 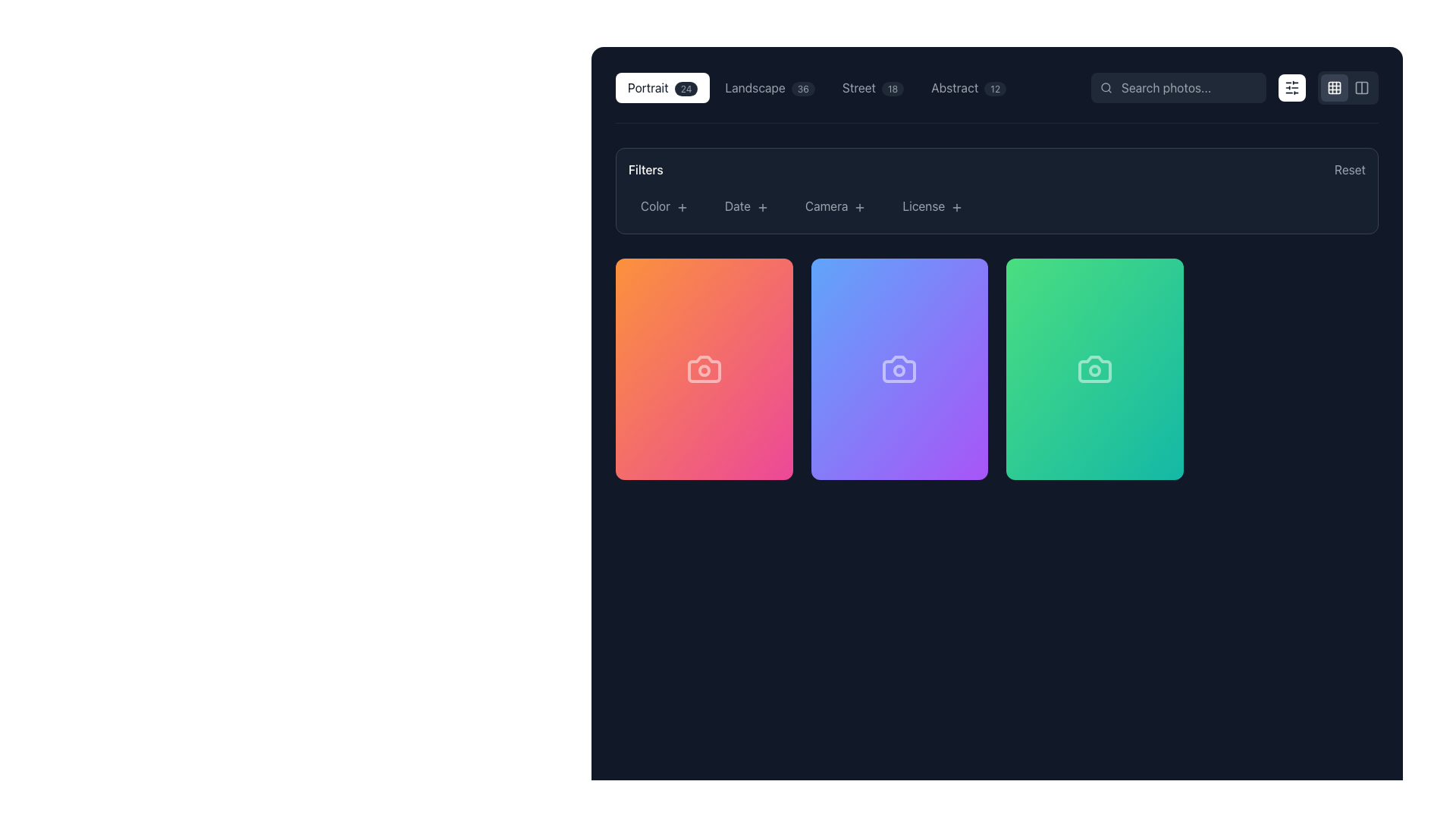 What do you see at coordinates (997, 206) in the screenshot?
I see `the interactive filter options within the Filters section of the user interface` at bounding box center [997, 206].